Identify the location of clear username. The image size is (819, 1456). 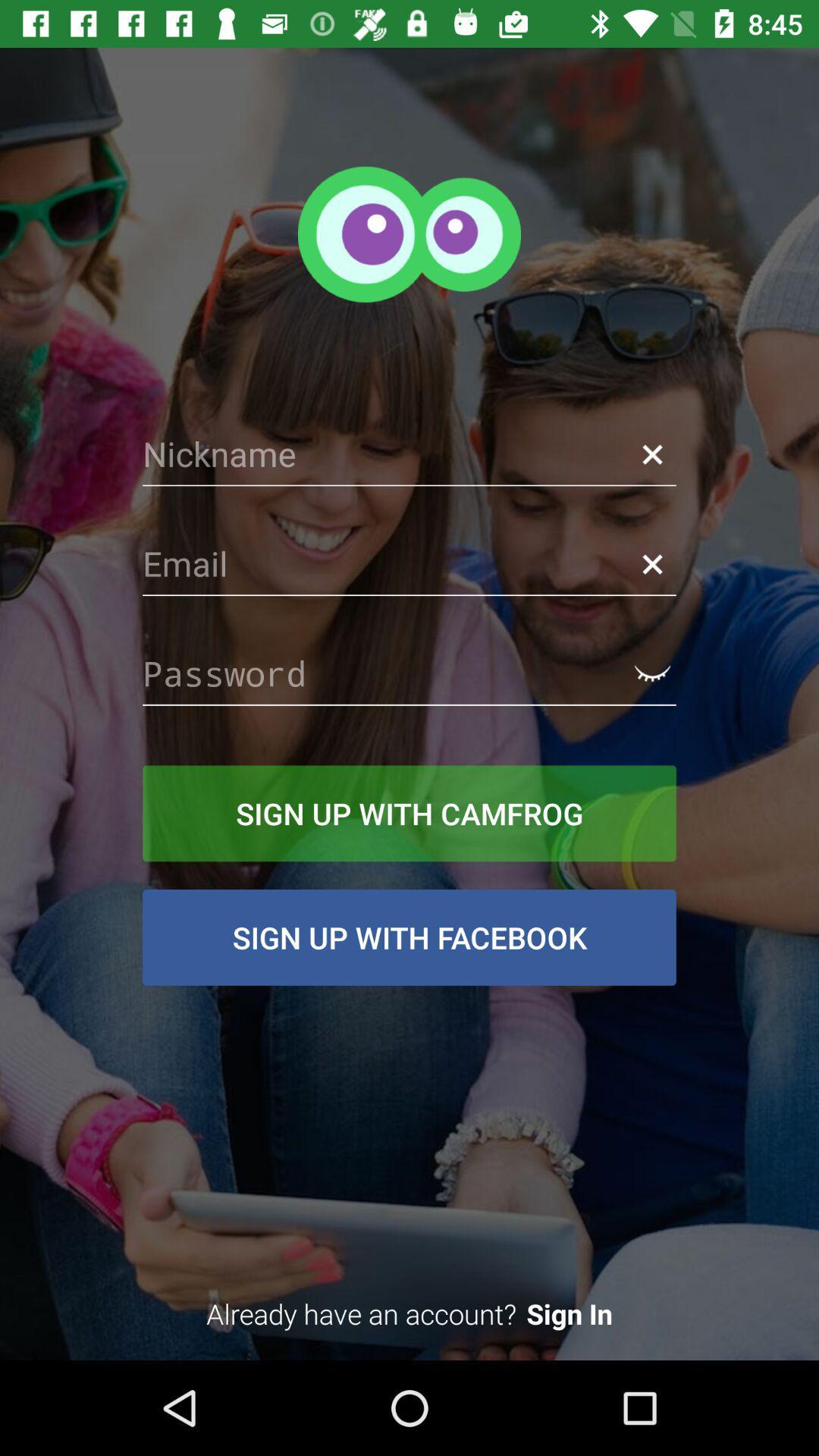
(651, 453).